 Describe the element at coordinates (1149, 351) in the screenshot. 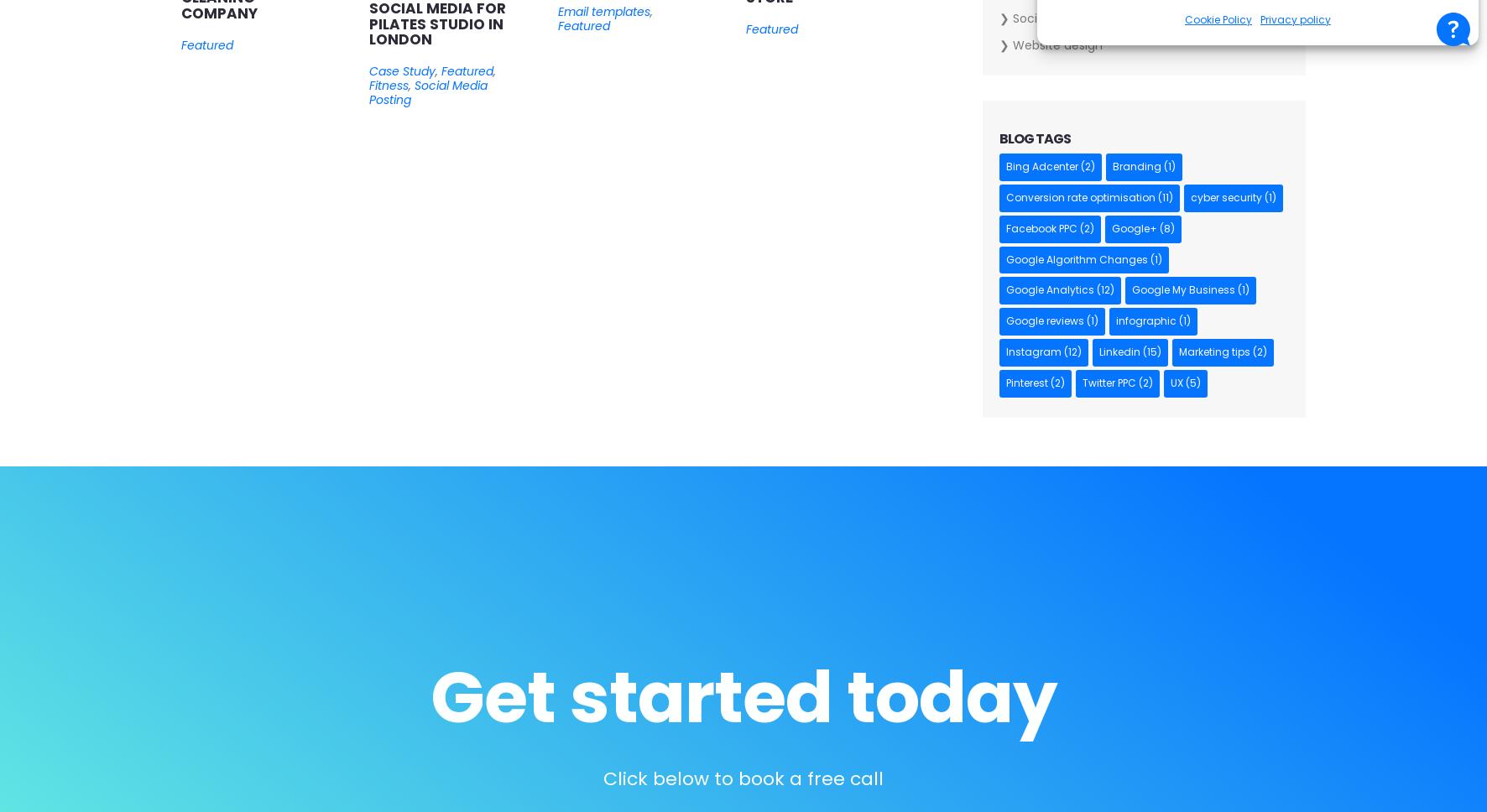

I see `'(15)'` at that location.